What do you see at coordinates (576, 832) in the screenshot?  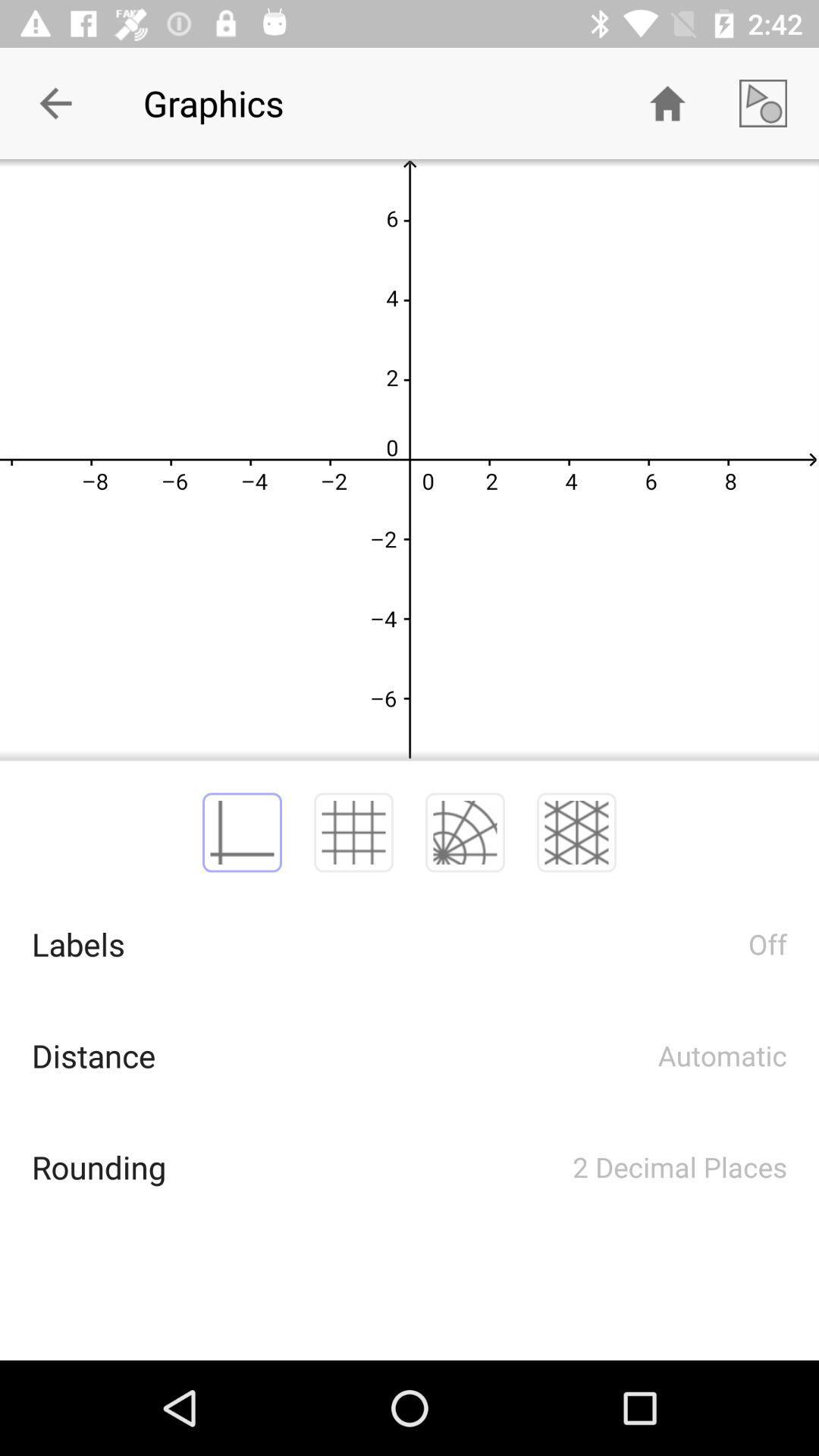 I see `the fourth icon above text labels` at bounding box center [576, 832].